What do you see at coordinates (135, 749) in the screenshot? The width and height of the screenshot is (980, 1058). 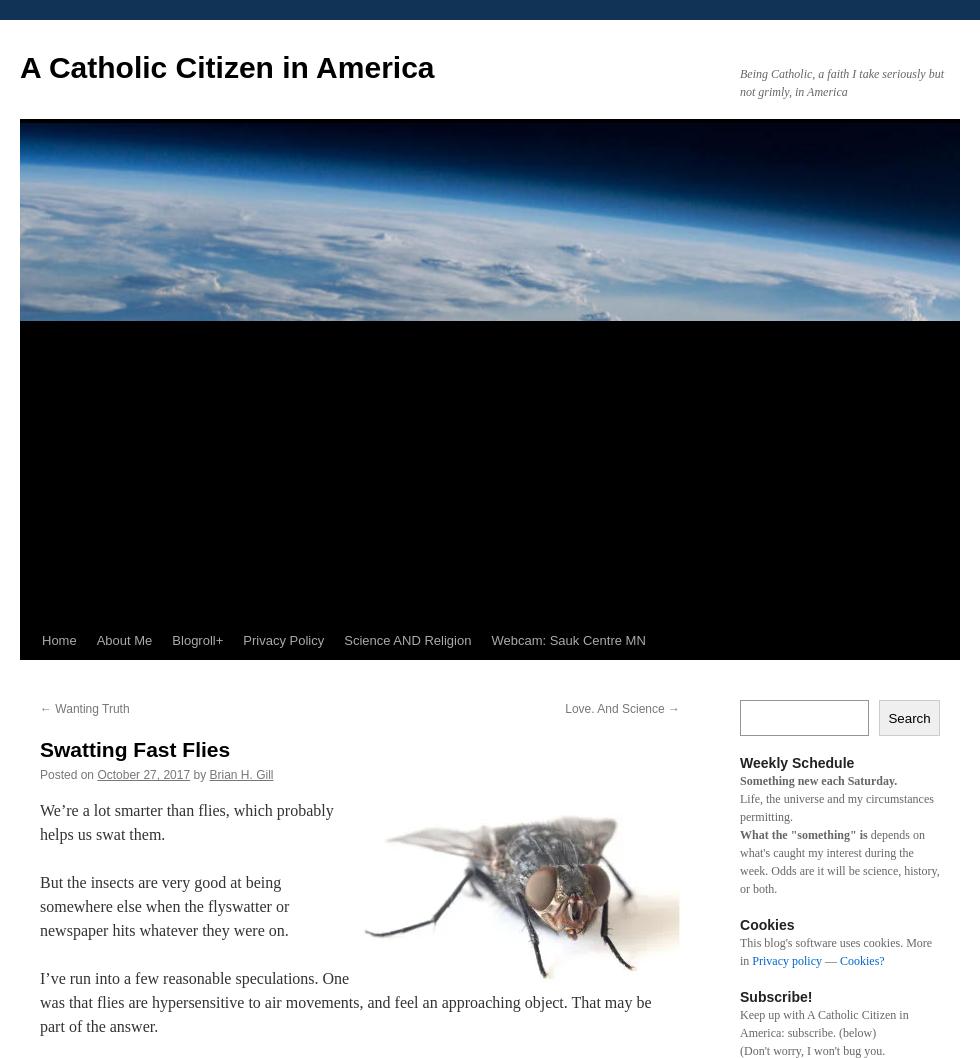 I see `'Swatting Fast Flies'` at bounding box center [135, 749].